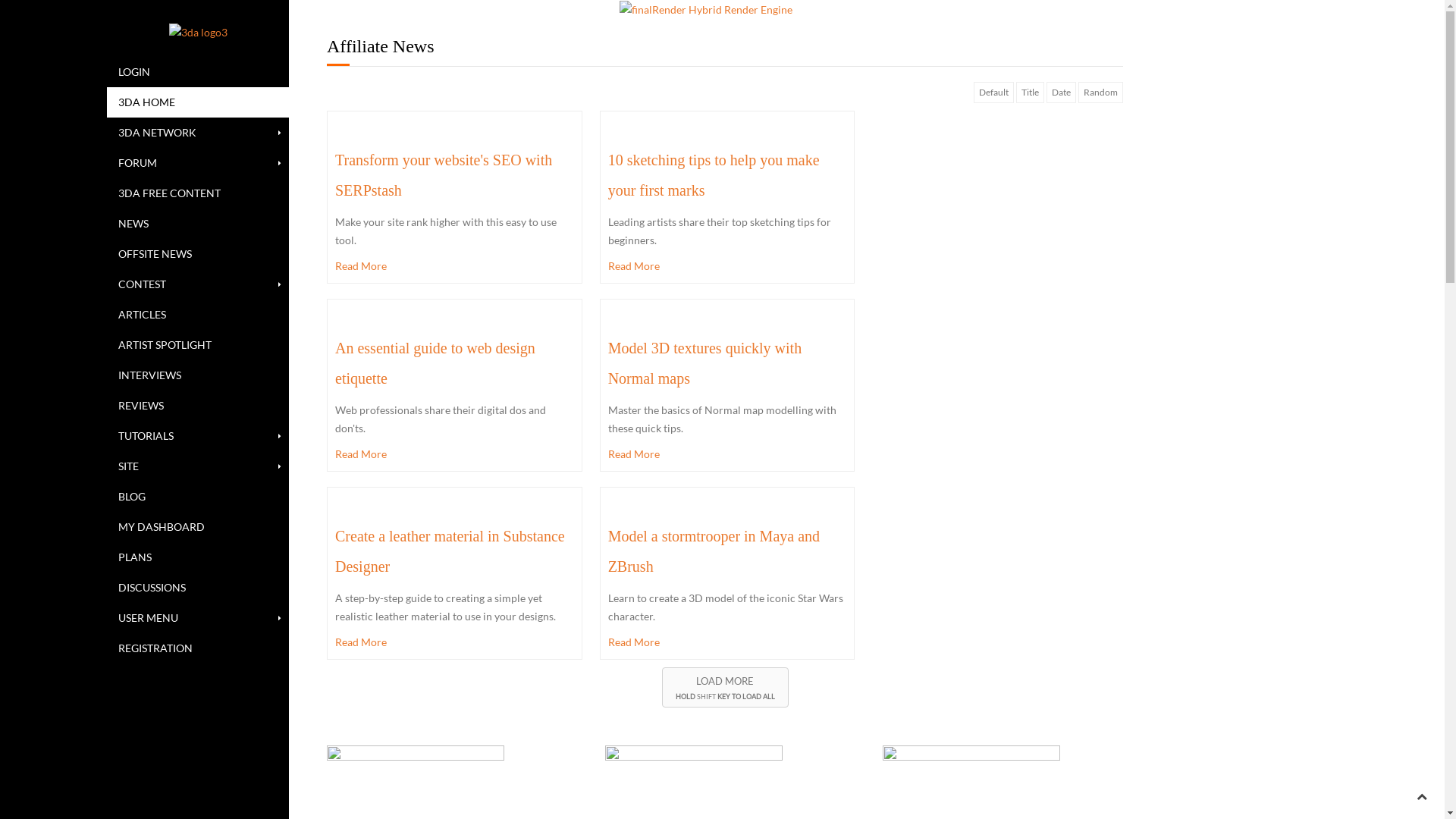 Image resolution: width=1456 pixels, height=819 pixels. Describe the element at coordinates (619, 9) in the screenshot. I see `'finalRender Hybrid Render Engine'` at that location.